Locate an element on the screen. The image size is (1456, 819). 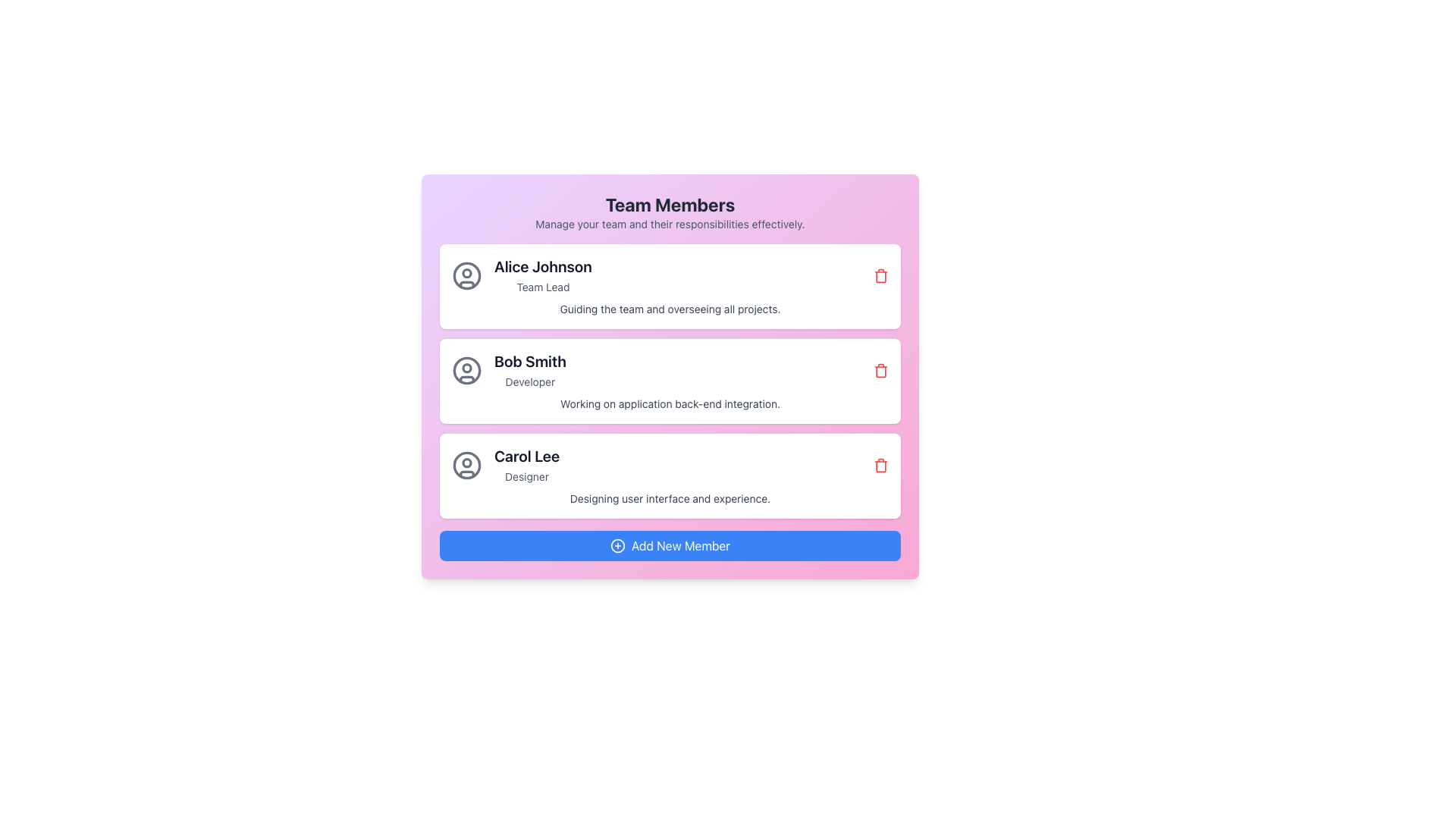
the text label indicating the role or designation of the user named 'Bob Smith', located directly below the text 'Bob Smith' in the user list is located at coordinates (530, 381).